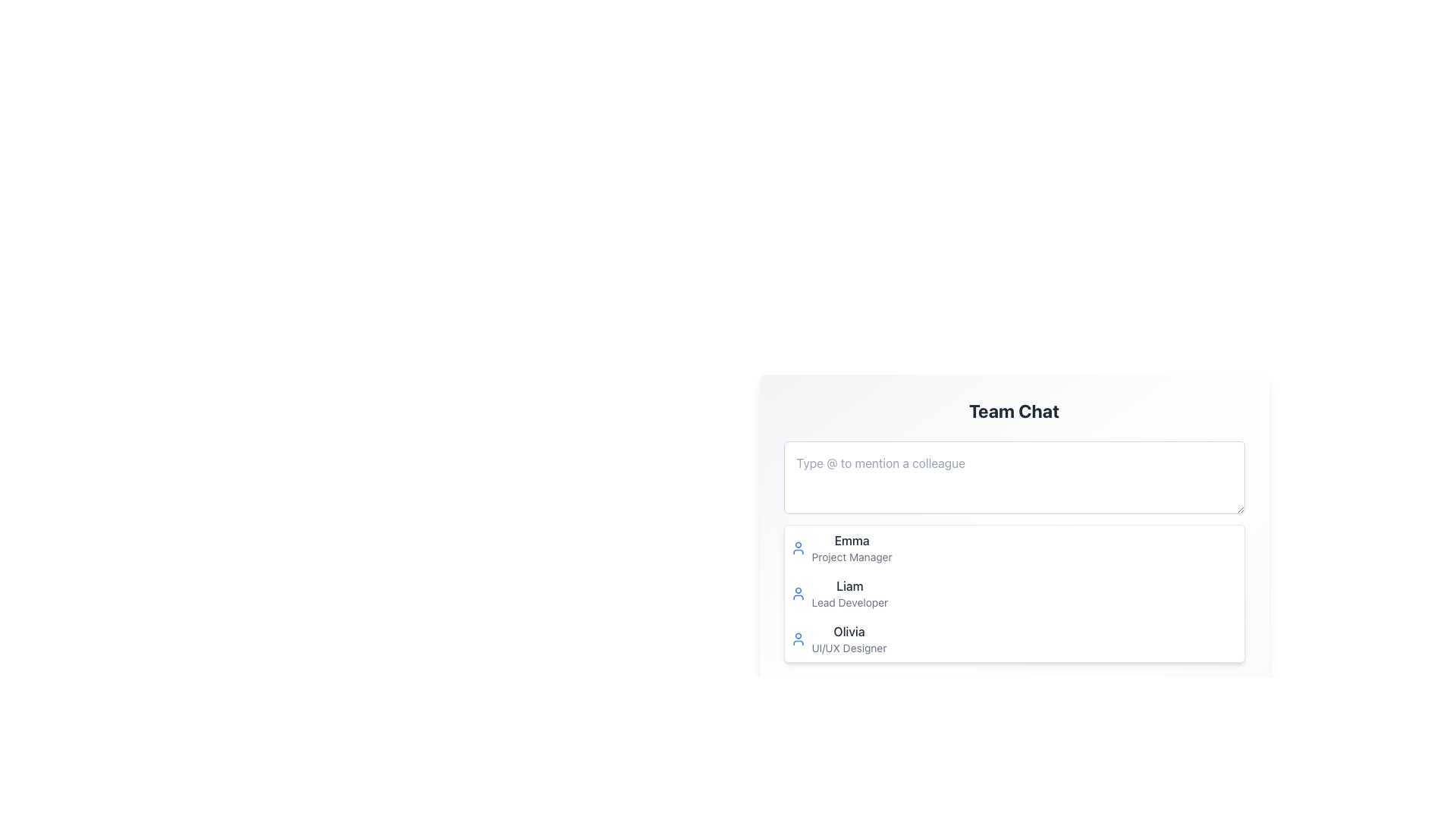  Describe the element at coordinates (848, 585) in the screenshot. I see `the static text element displaying the name of a team member, located between 'Emma' and 'Olivia'` at that location.